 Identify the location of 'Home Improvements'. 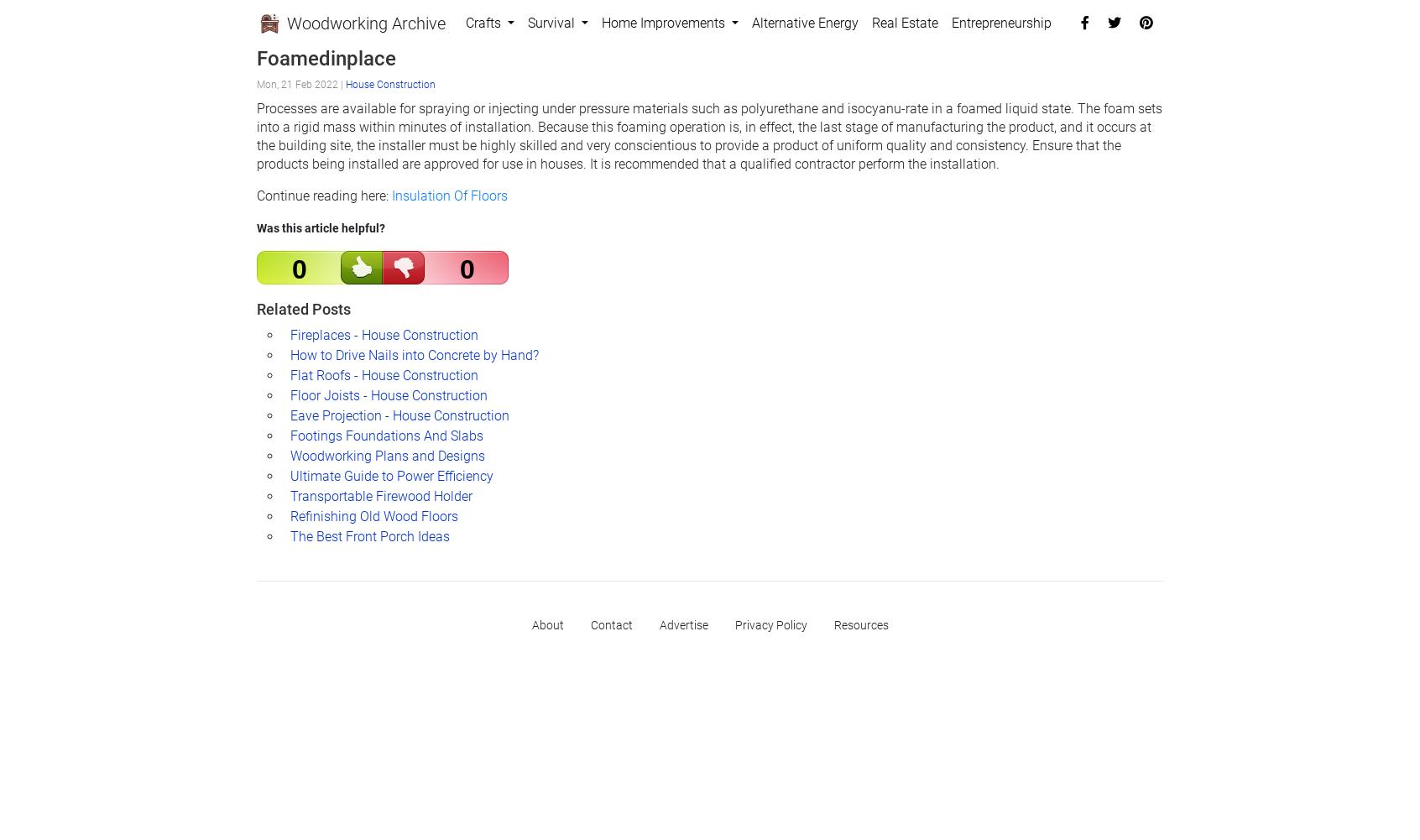
(665, 23).